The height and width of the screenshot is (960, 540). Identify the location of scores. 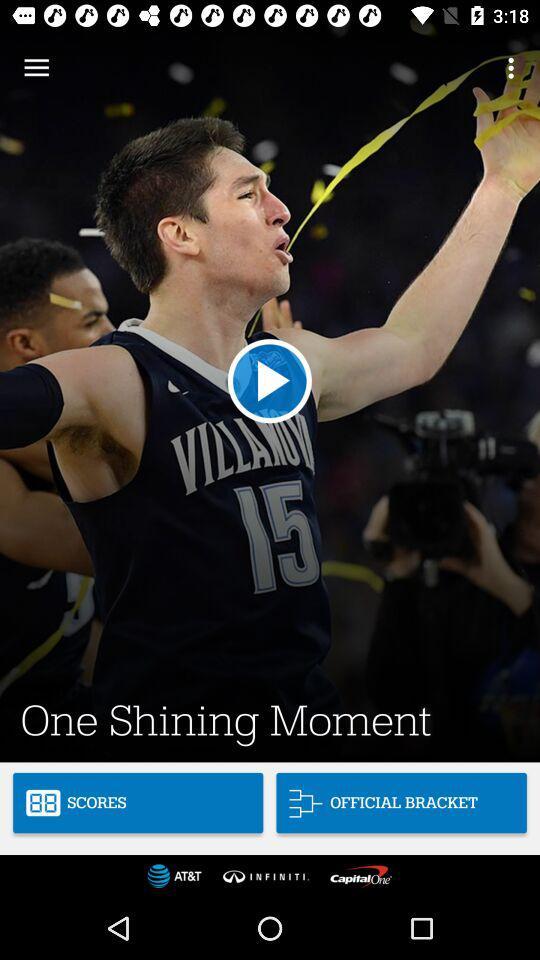
(137, 803).